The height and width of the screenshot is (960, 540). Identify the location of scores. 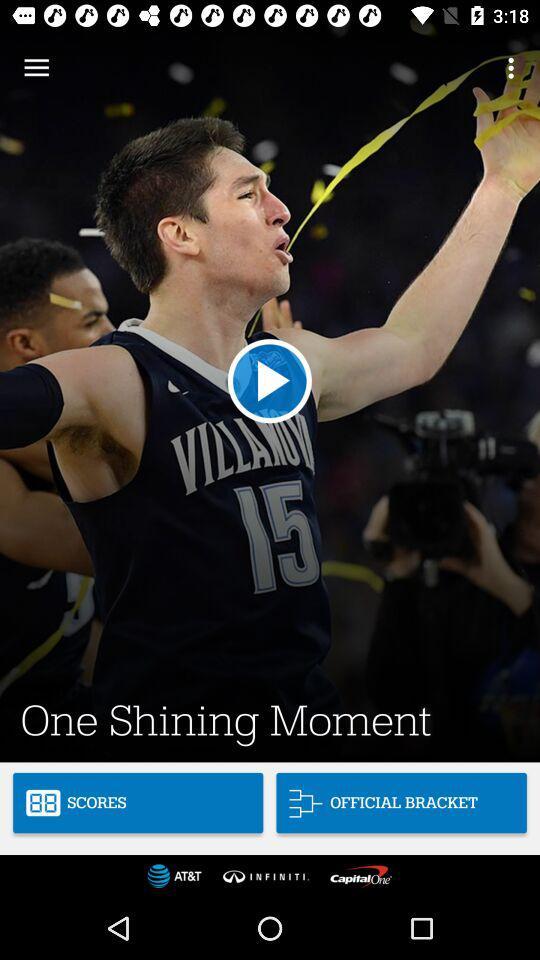
(137, 803).